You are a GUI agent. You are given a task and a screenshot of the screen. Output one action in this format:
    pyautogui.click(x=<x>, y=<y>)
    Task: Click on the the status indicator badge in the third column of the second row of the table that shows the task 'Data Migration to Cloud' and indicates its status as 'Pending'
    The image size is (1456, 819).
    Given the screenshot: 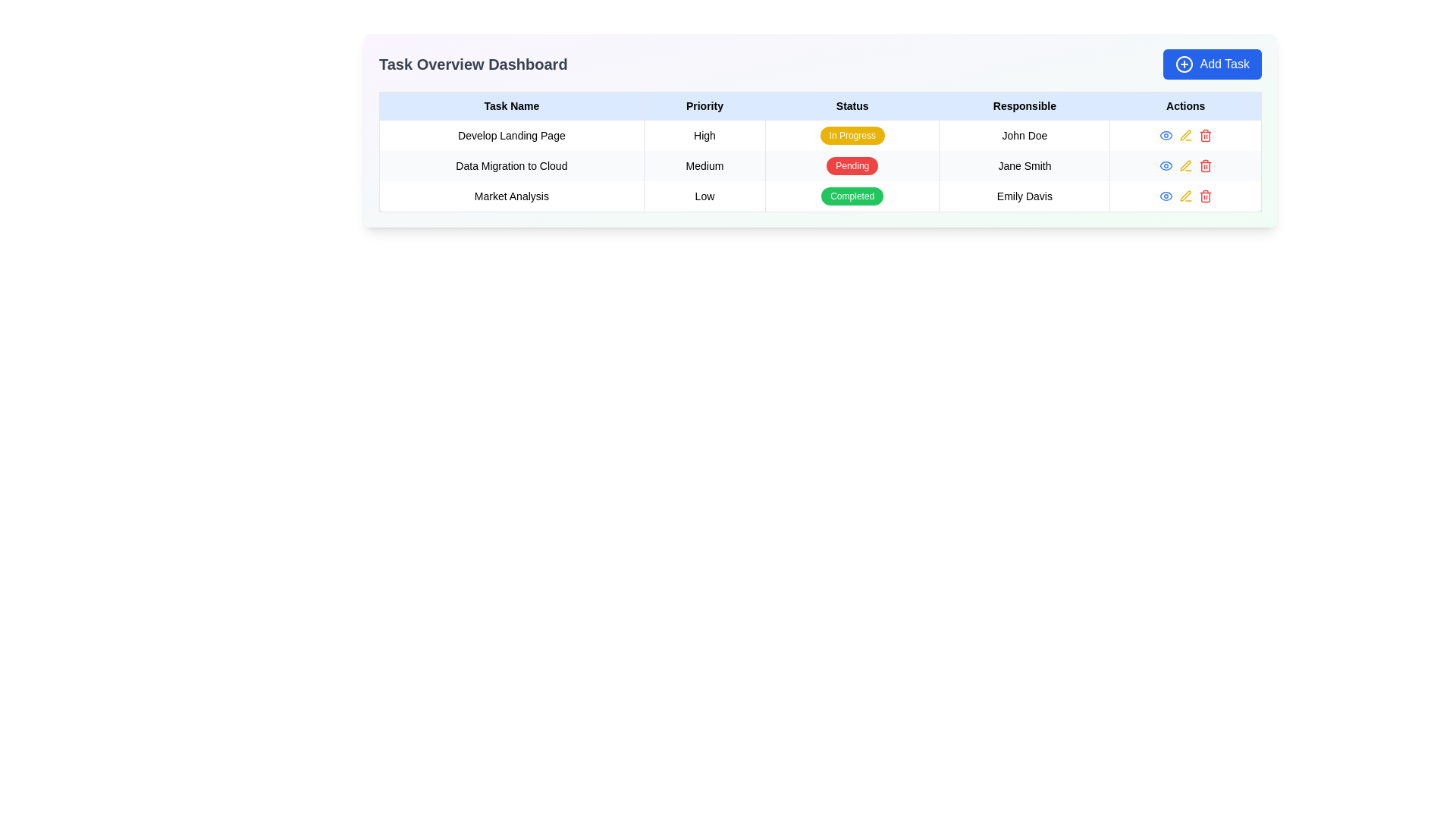 What is the action you would take?
    pyautogui.click(x=852, y=166)
    